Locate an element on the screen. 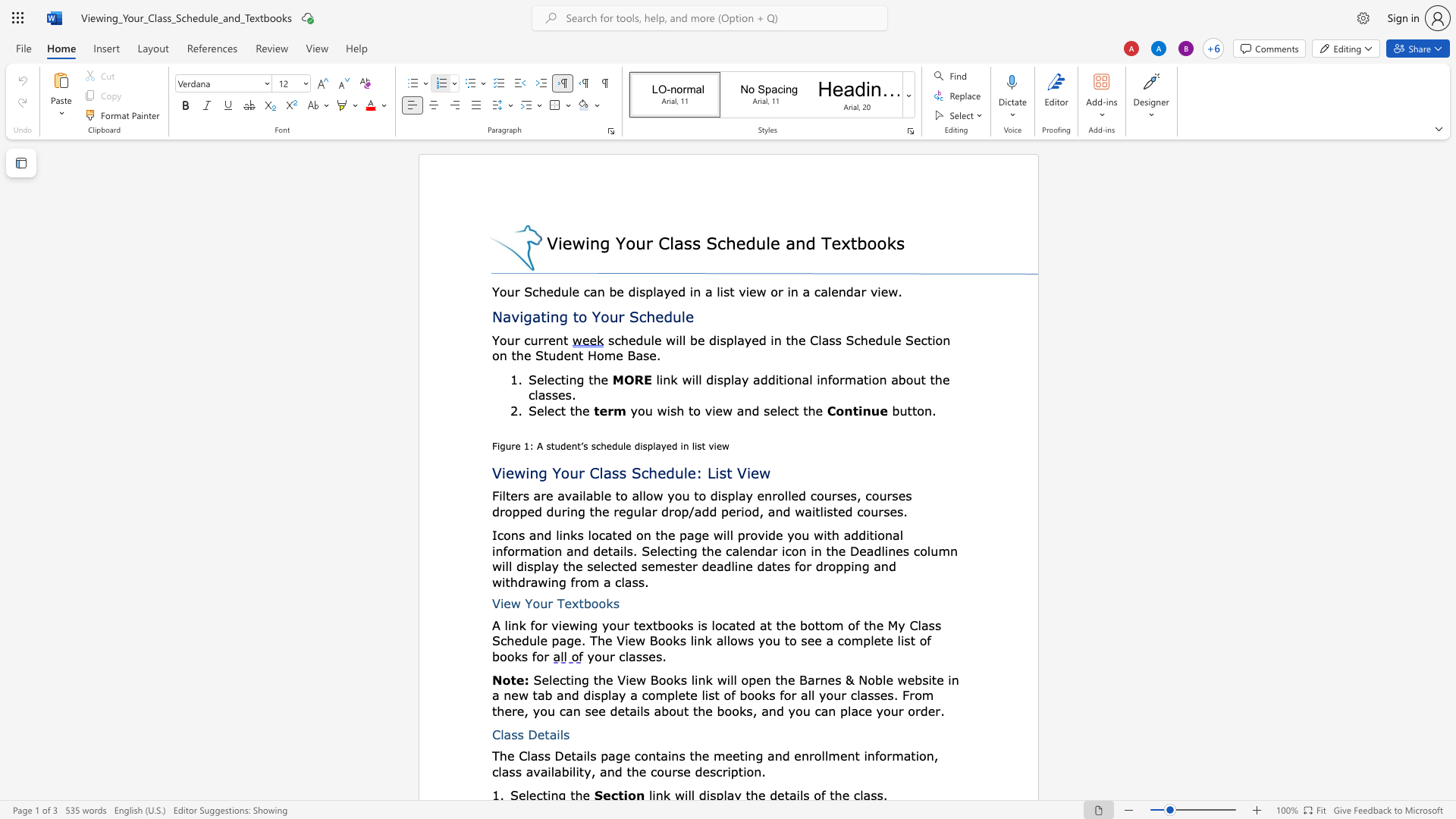 The height and width of the screenshot is (819, 1456). the space between the continuous character "i" and "n" in the text is located at coordinates (563, 534).